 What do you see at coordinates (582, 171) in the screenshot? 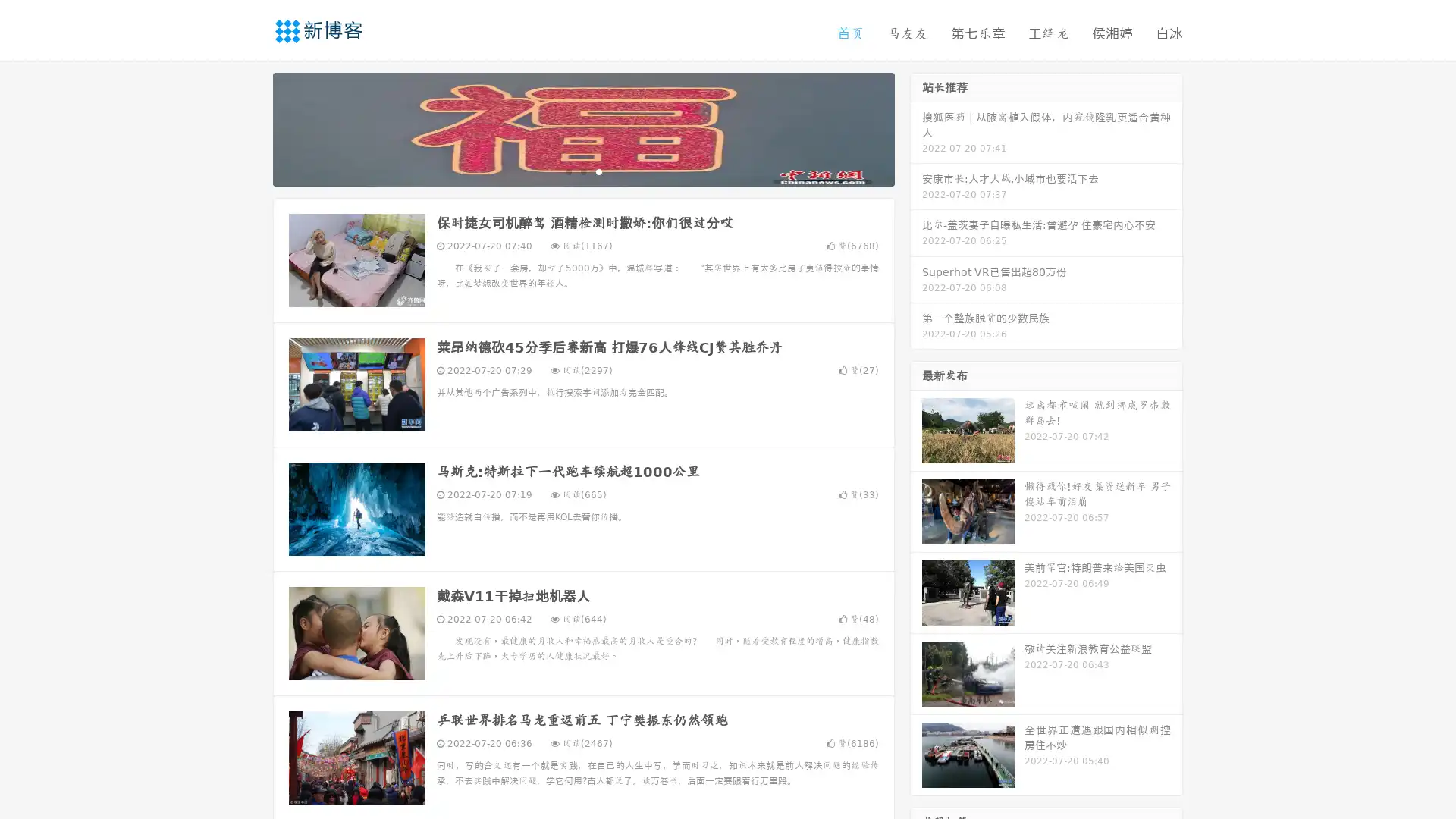
I see `Go to slide 2` at bounding box center [582, 171].